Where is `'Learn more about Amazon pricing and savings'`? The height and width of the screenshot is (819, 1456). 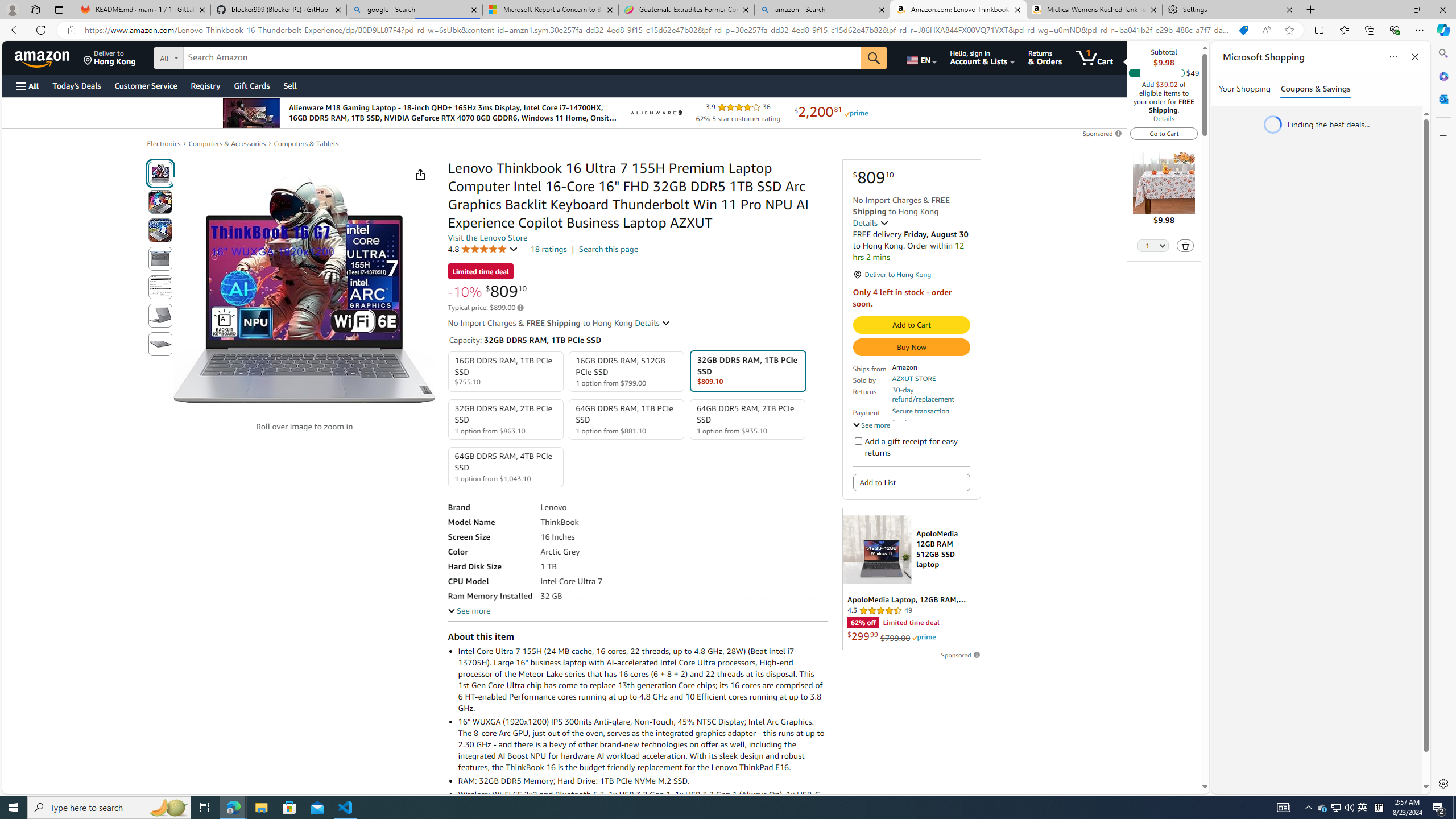 'Learn more about Amazon pricing and savings' is located at coordinates (520, 307).